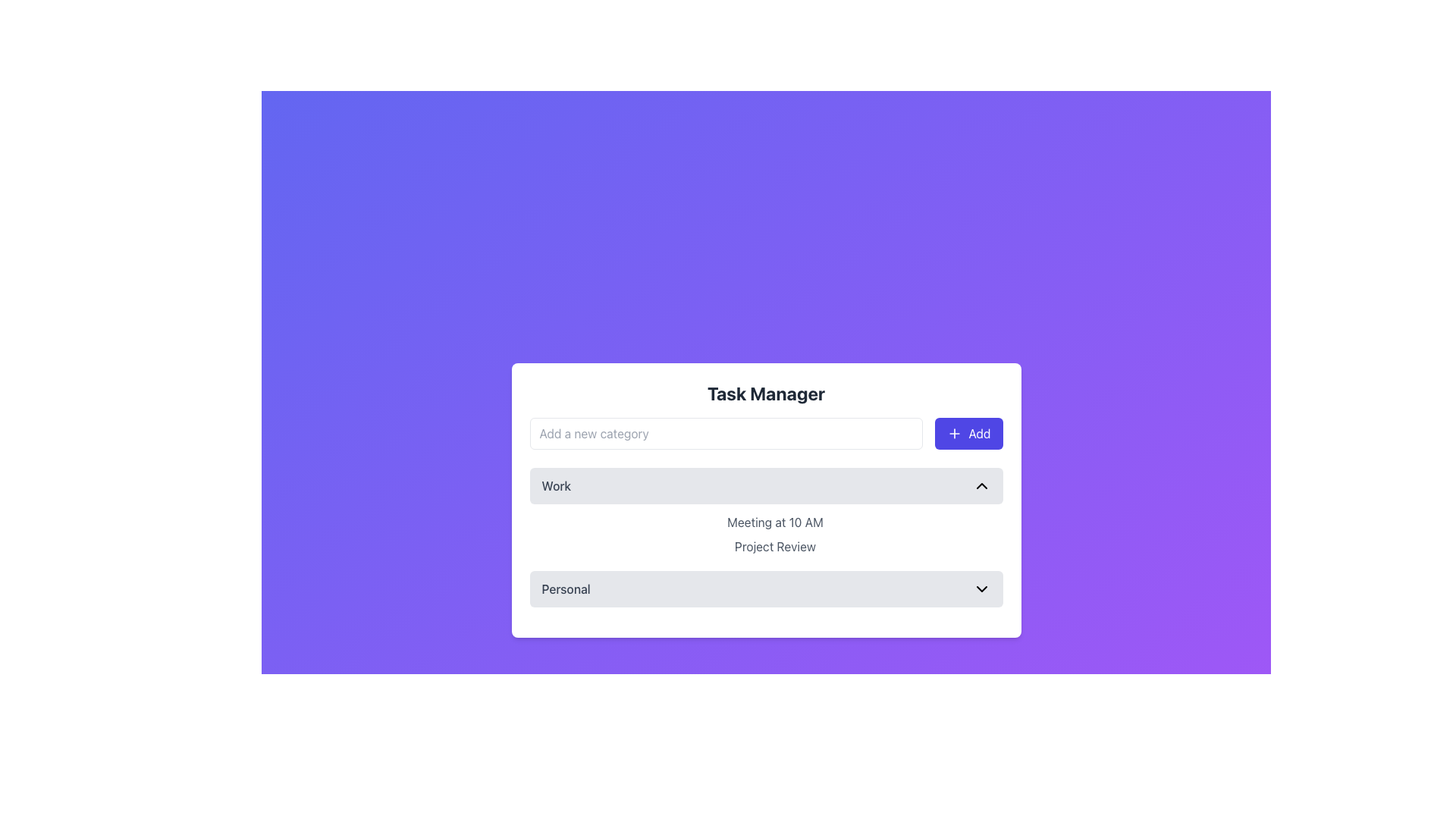 The image size is (1456, 819). What do you see at coordinates (766, 513) in the screenshot?
I see `the text label displaying 'Meeting at 10 AM' and 'Project Review' within the 'Work' section of the 'Task Manager'` at bounding box center [766, 513].